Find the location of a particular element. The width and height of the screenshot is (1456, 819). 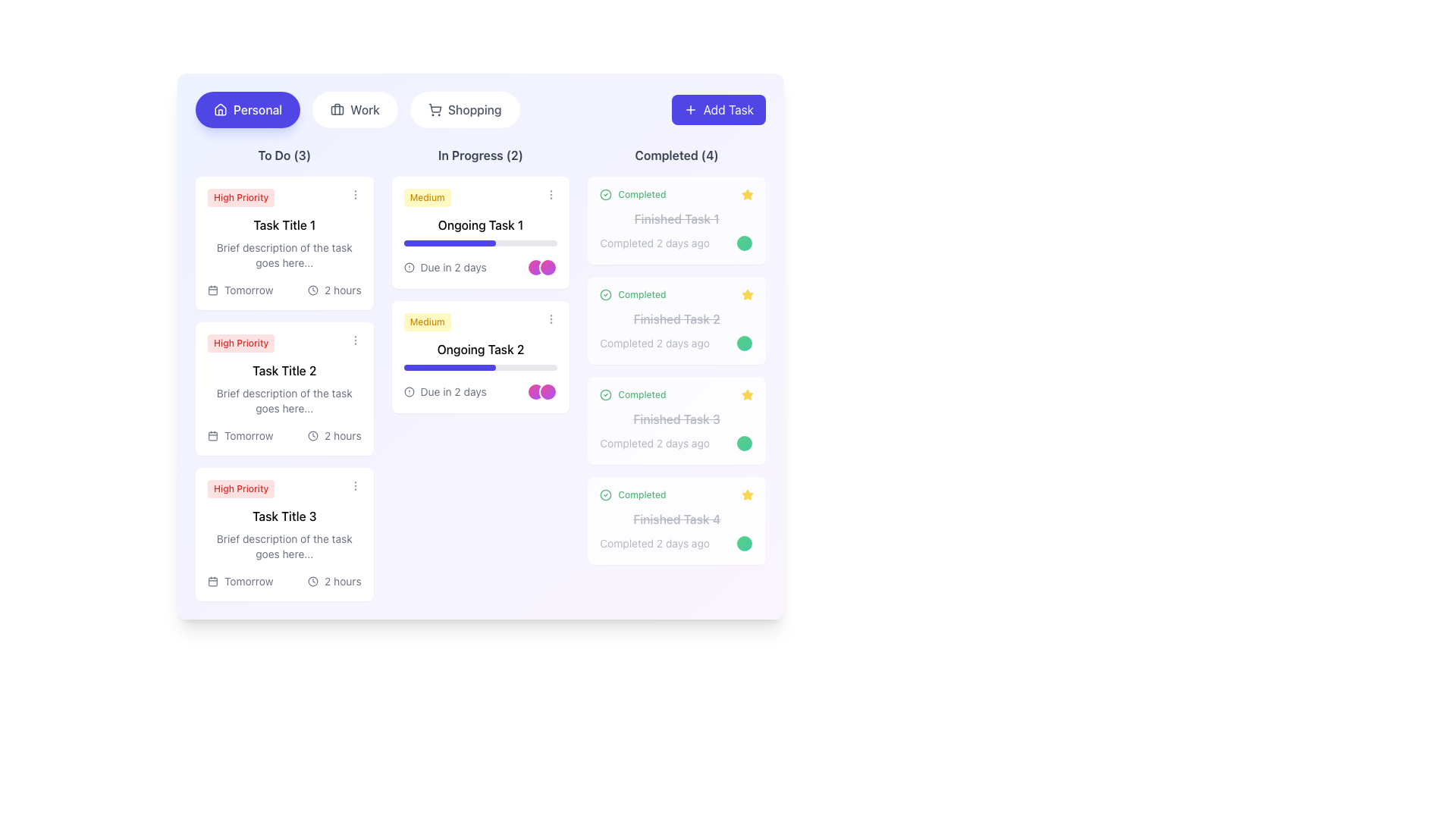

text content of the Text Label that shows the completion time for 'Finished Task 1' in the 'Completed' section is located at coordinates (654, 242).